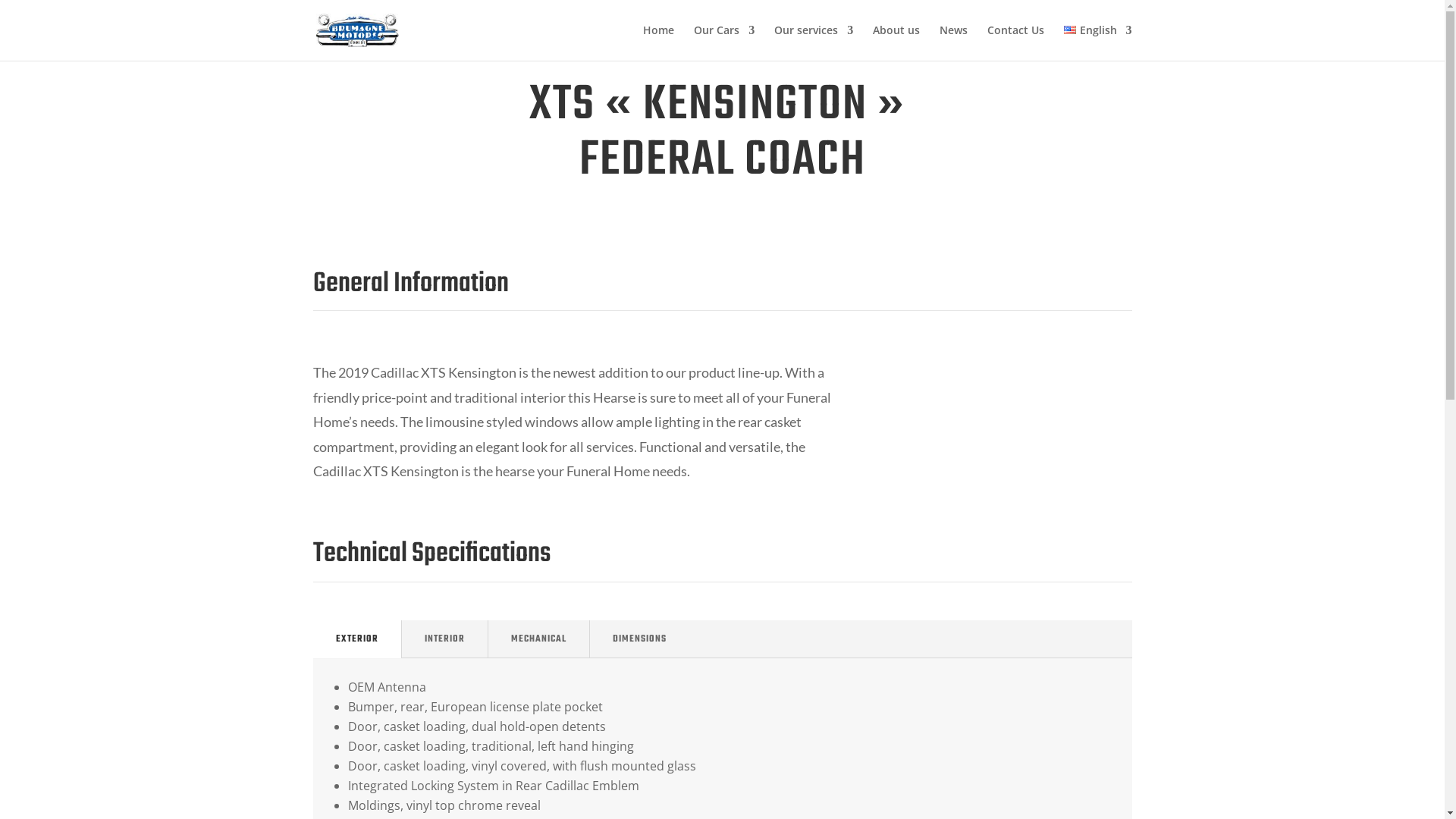  Describe the element at coordinates (643, 42) in the screenshot. I see `'Home'` at that location.